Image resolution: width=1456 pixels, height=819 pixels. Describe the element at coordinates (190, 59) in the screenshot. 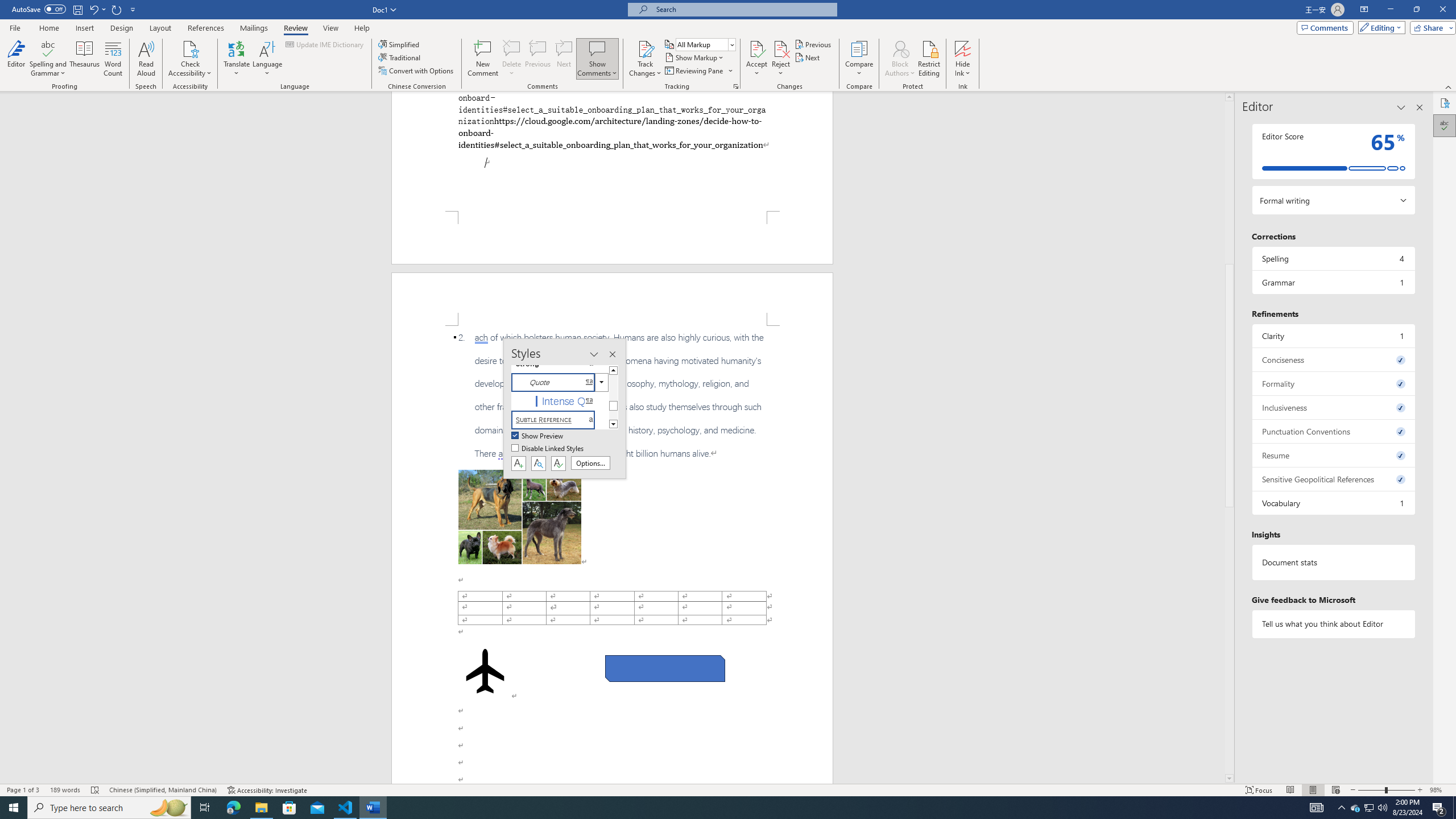

I see `'Check Accessibility'` at that location.